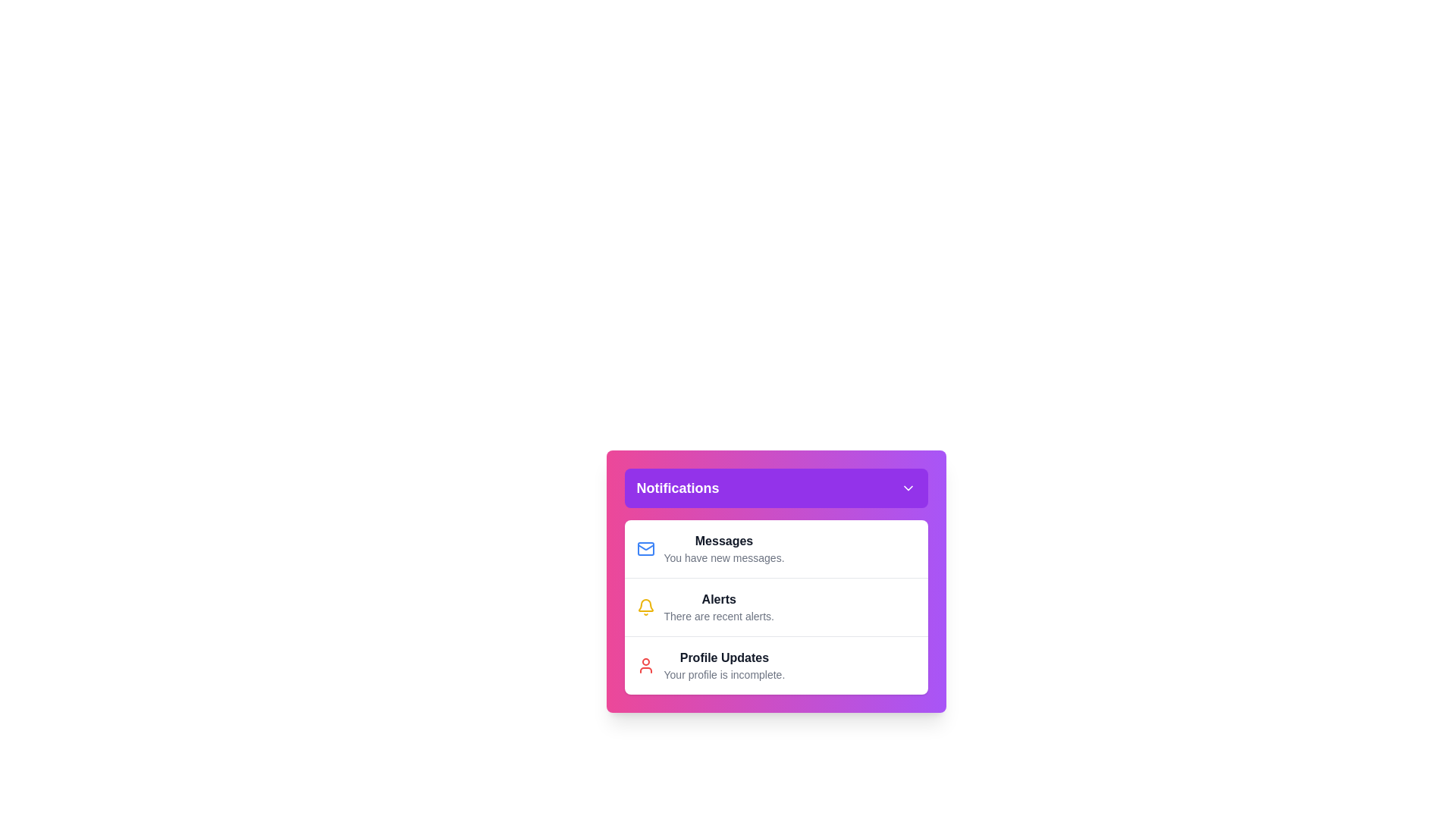  What do you see at coordinates (723, 540) in the screenshot?
I see `the Text Label indicating the content category for messages in the notification panel, positioned under 'Notifications' and above 'You have new messages'` at bounding box center [723, 540].